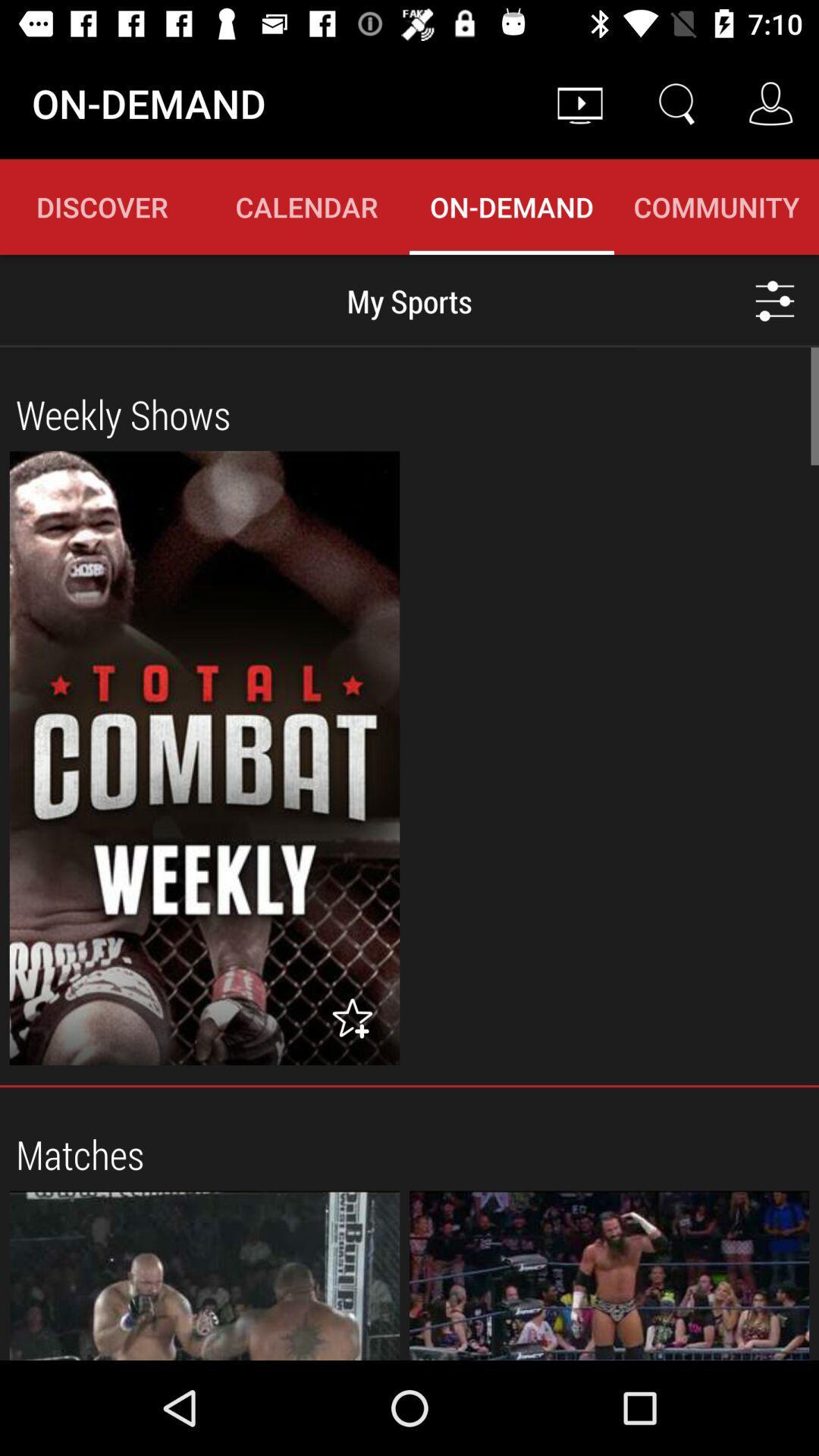 The height and width of the screenshot is (1456, 819). Describe the element at coordinates (775, 300) in the screenshot. I see `the sliders icon` at that location.